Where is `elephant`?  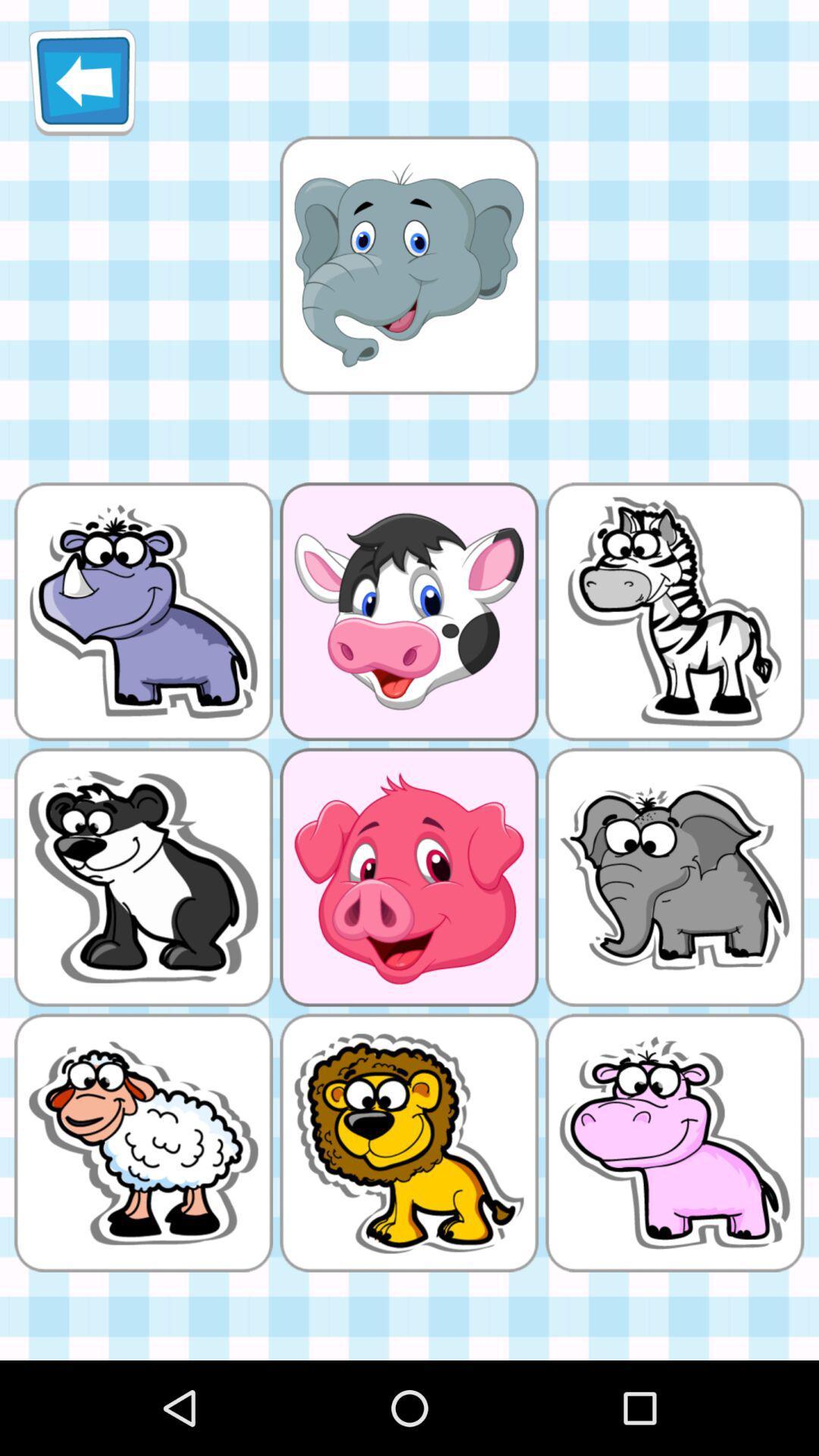
elephant is located at coordinates (408, 265).